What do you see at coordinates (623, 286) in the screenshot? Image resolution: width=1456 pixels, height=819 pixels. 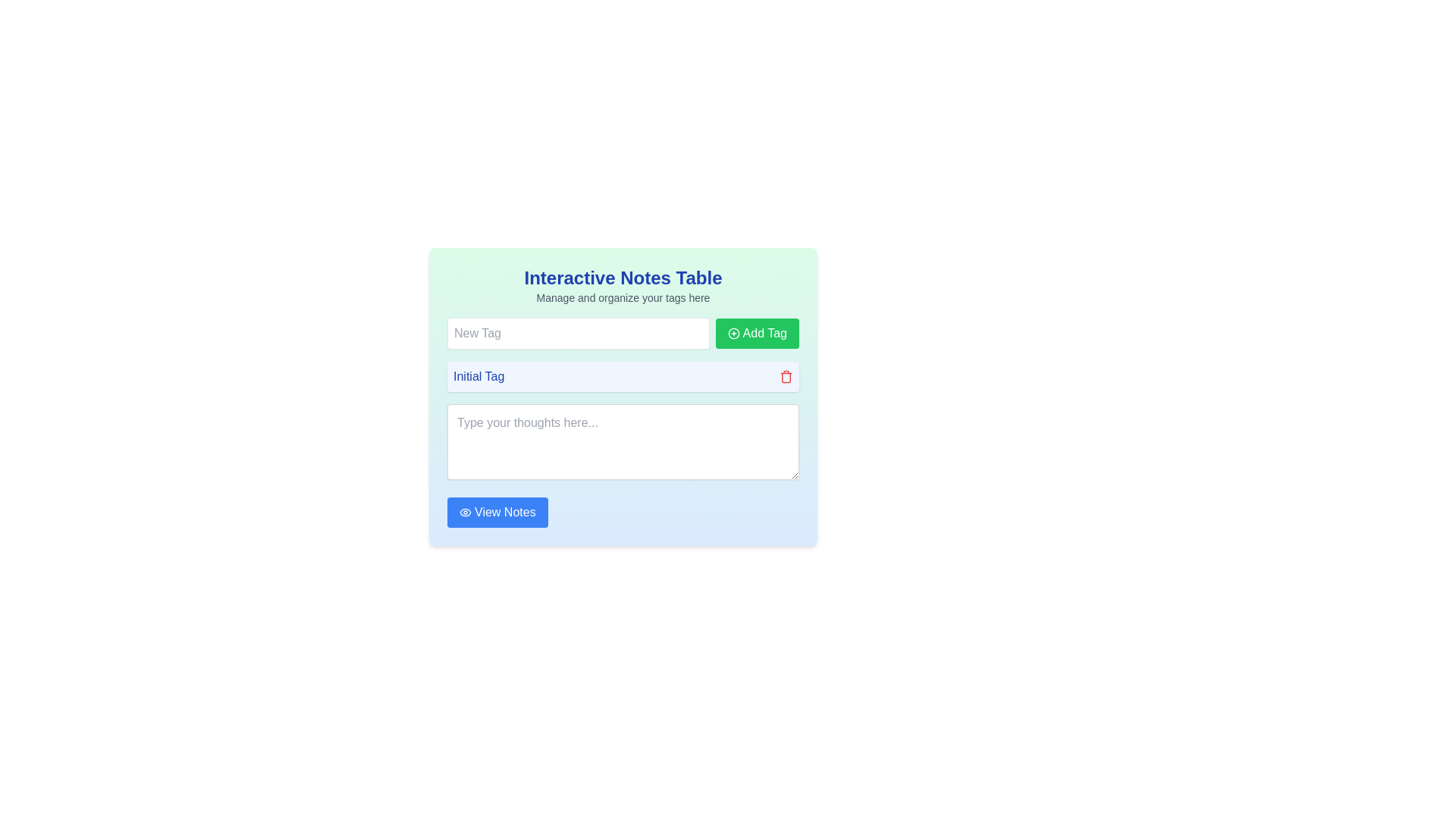 I see `the label displaying 'Interactive Notes Table' with subtext 'Manage and organize your tags here', which is prominently positioned at the top of the card` at bounding box center [623, 286].